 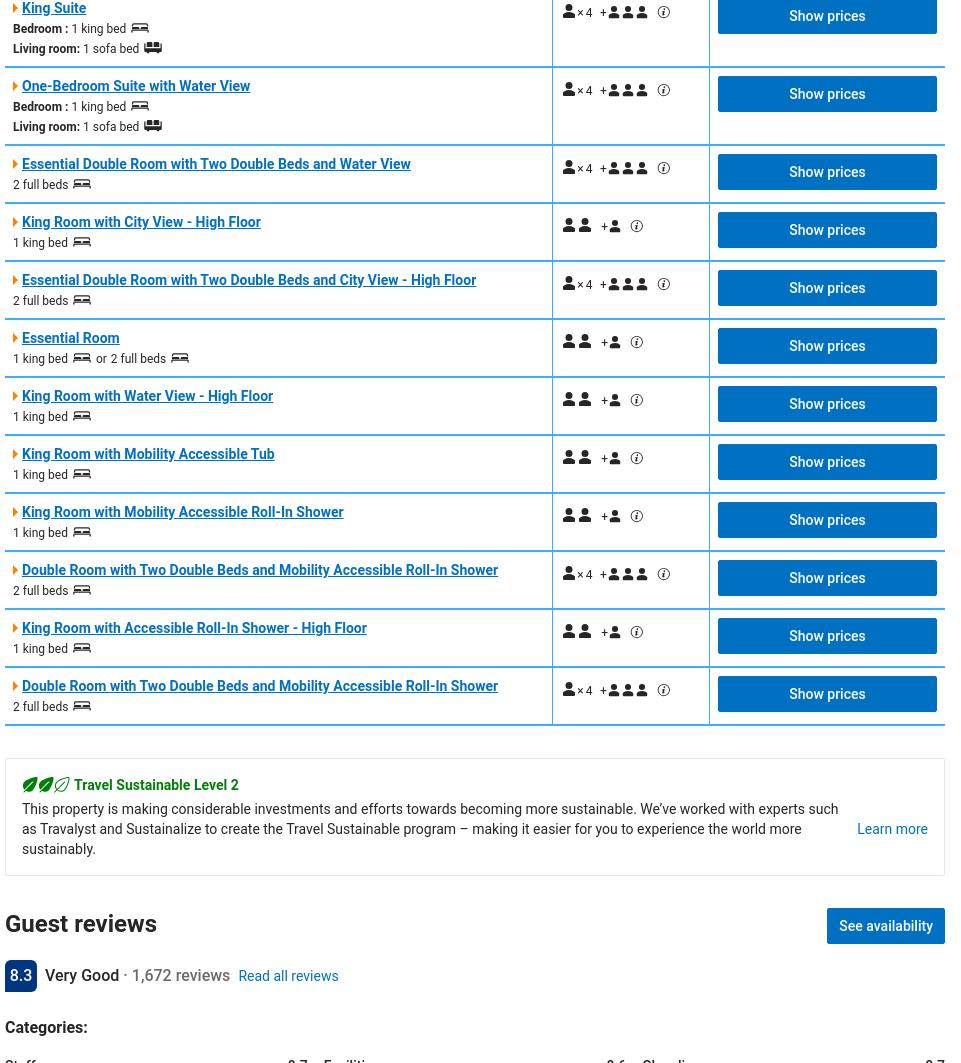 What do you see at coordinates (21, 826) in the screenshot?
I see `'This property is making considerable investments and efforts towards becoming more sustainable. We’ve worked with experts such as Travalyst and Sustainalize to create the Travel Sustainable program – making it easier for you to experience the world more sustainably.'` at bounding box center [21, 826].